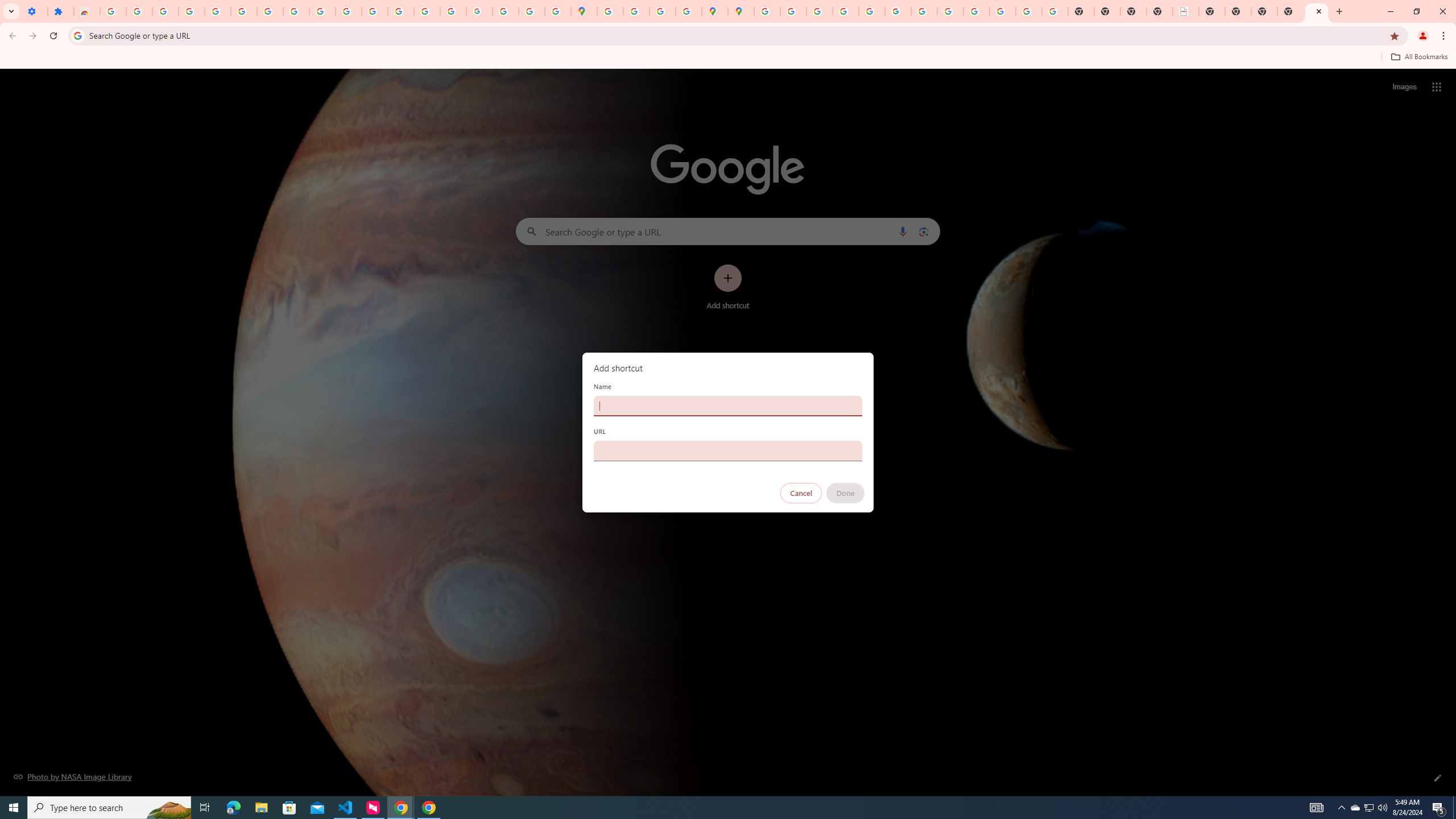 Image resolution: width=1456 pixels, height=819 pixels. Describe the element at coordinates (191, 11) in the screenshot. I see `'Learn how to find your photos - Google Photos Help'` at that location.